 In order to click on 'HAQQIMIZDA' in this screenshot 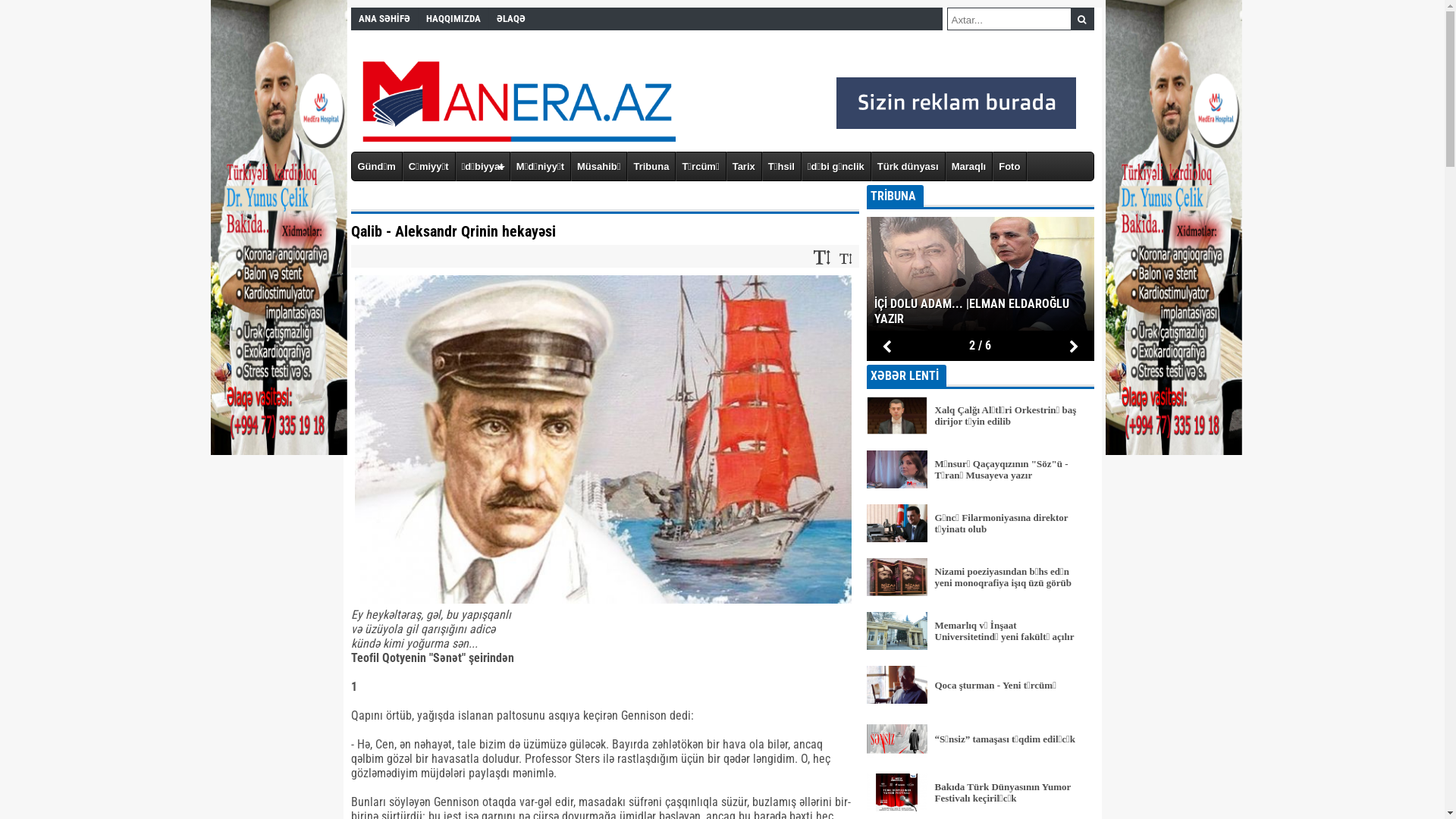, I will do `click(452, 18)`.